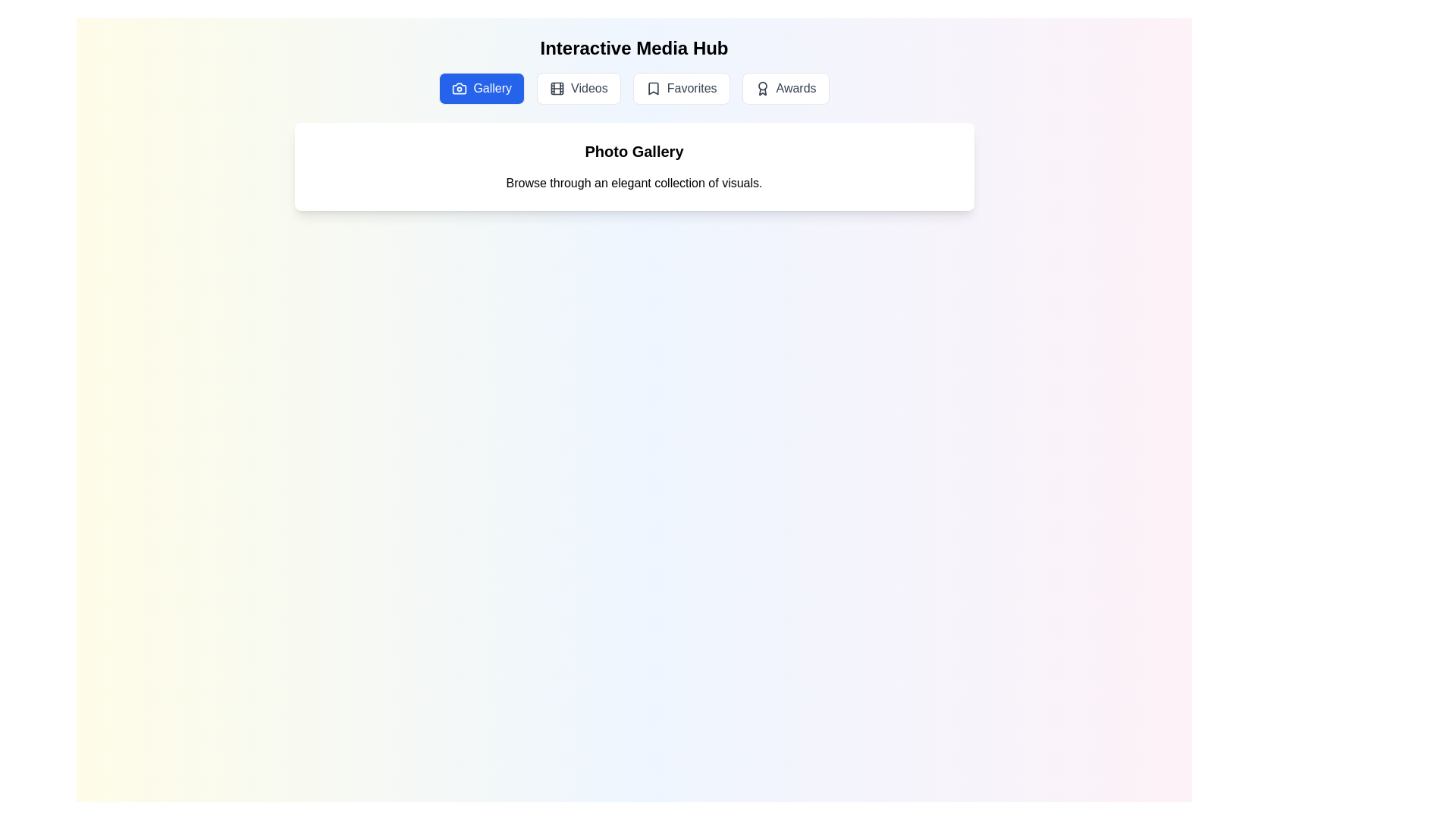  Describe the element at coordinates (459, 88) in the screenshot. I see `the camera icon located within the blue rectangular 'Gallery' button at the top left of the interface` at that location.